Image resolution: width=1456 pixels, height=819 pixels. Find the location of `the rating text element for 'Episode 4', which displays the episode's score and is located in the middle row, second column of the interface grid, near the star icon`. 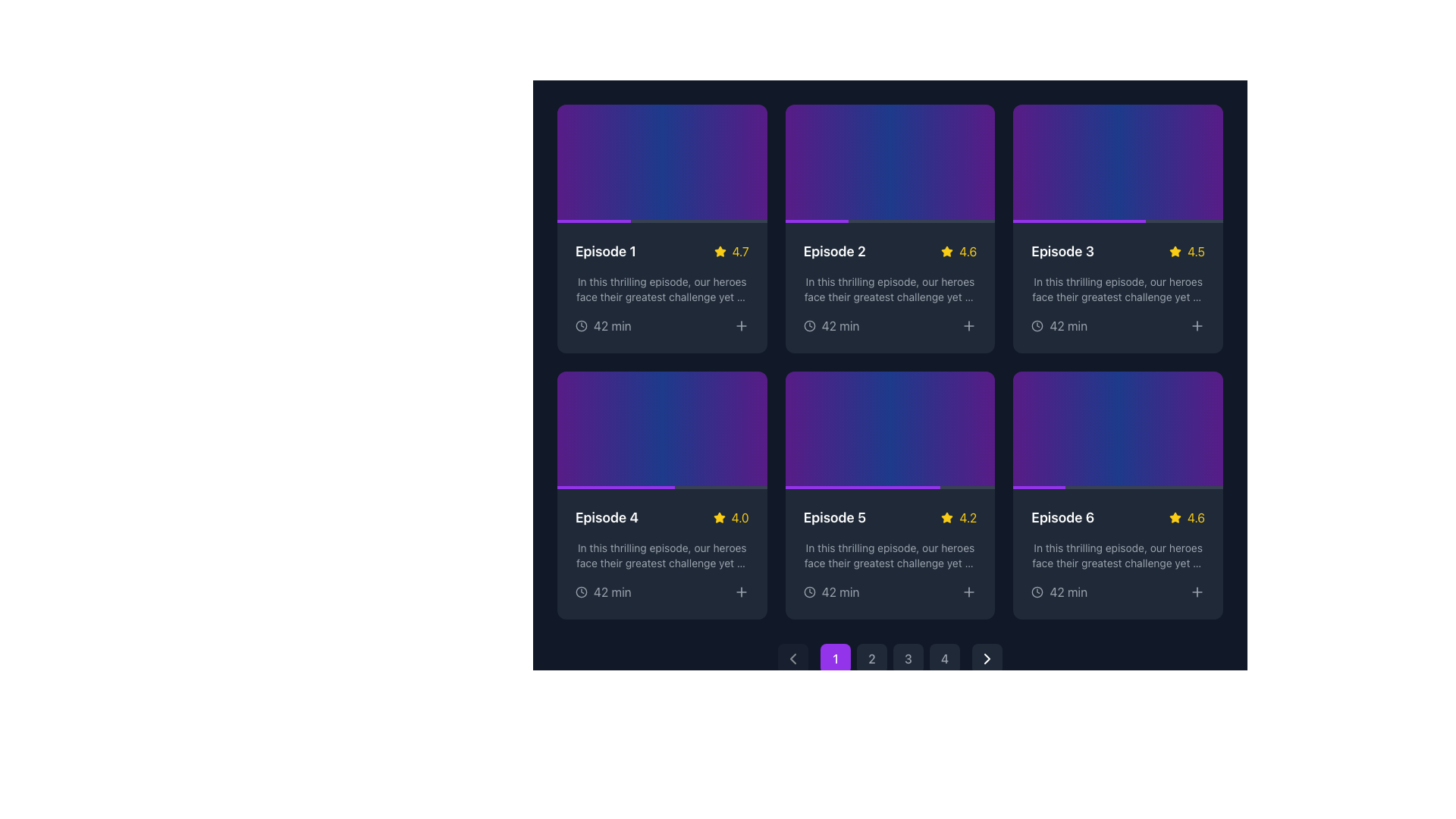

the rating text element for 'Episode 4', which displays the episode's score and is located in the middle row, second column of the interface grid, near the star icon is located at coordinates (740, 517).